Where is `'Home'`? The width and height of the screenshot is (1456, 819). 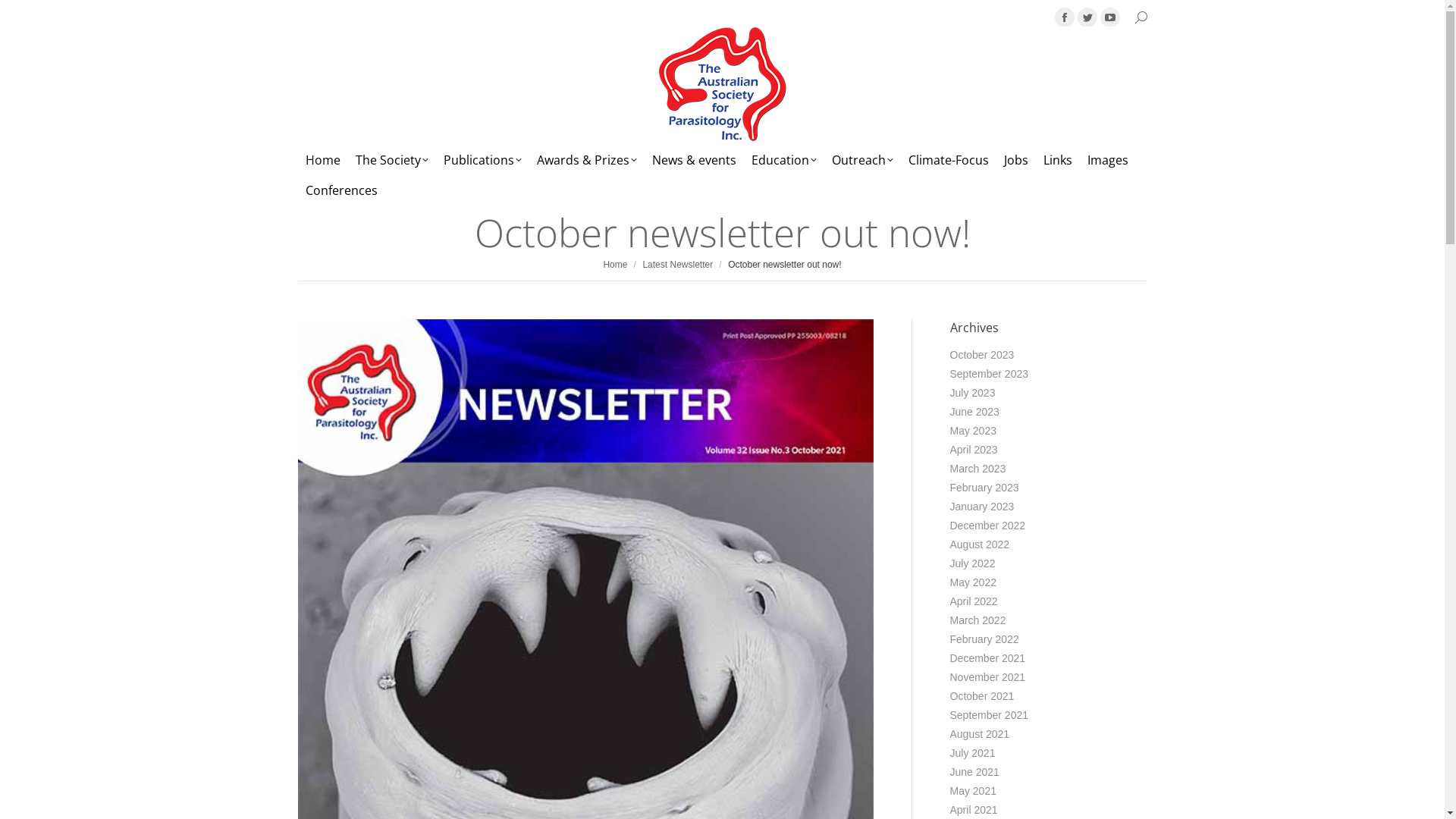
'Home' is located at coordinates (322, 160).